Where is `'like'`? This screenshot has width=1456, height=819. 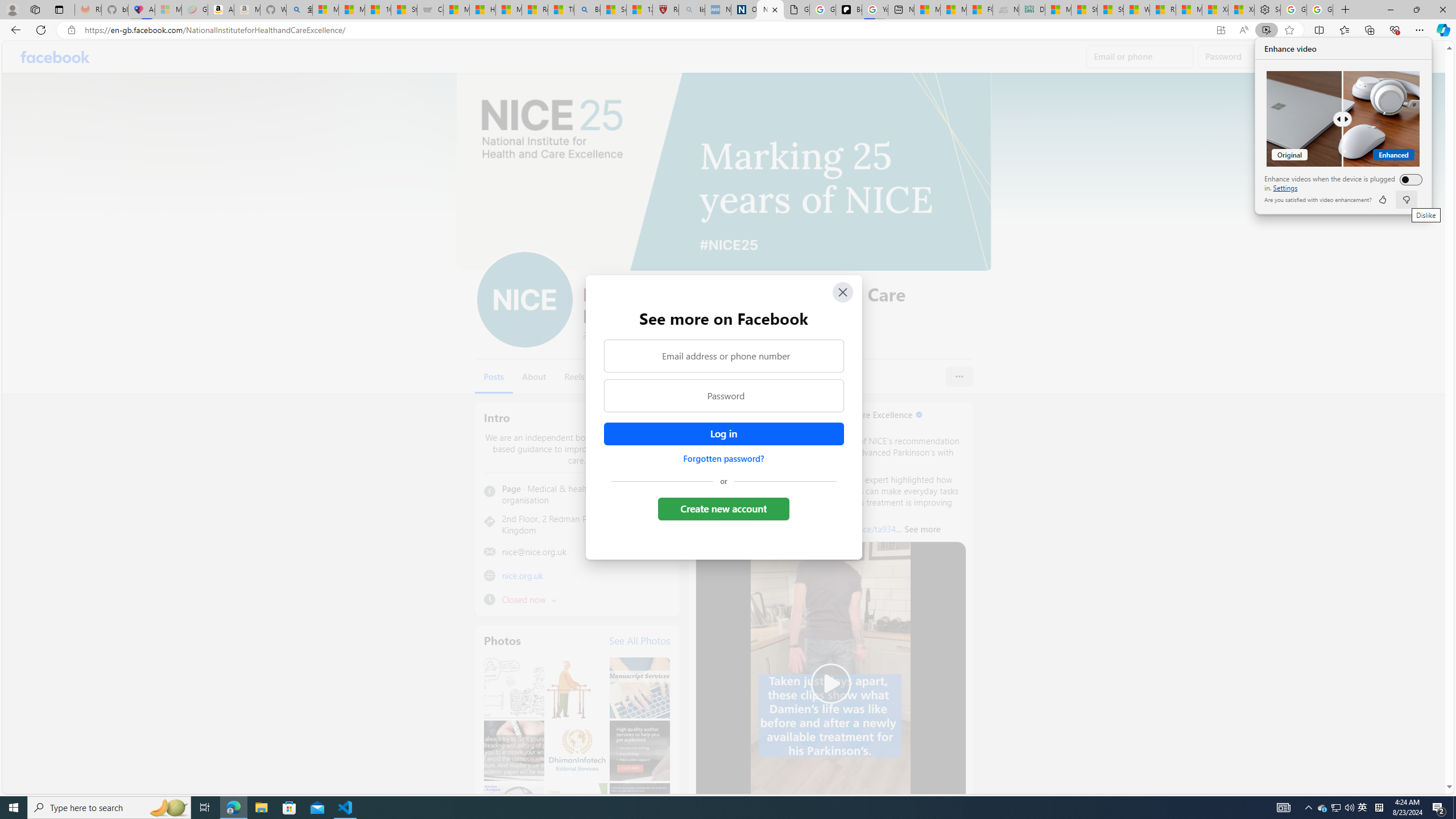
'like' is located at coordinates (1381, 200).